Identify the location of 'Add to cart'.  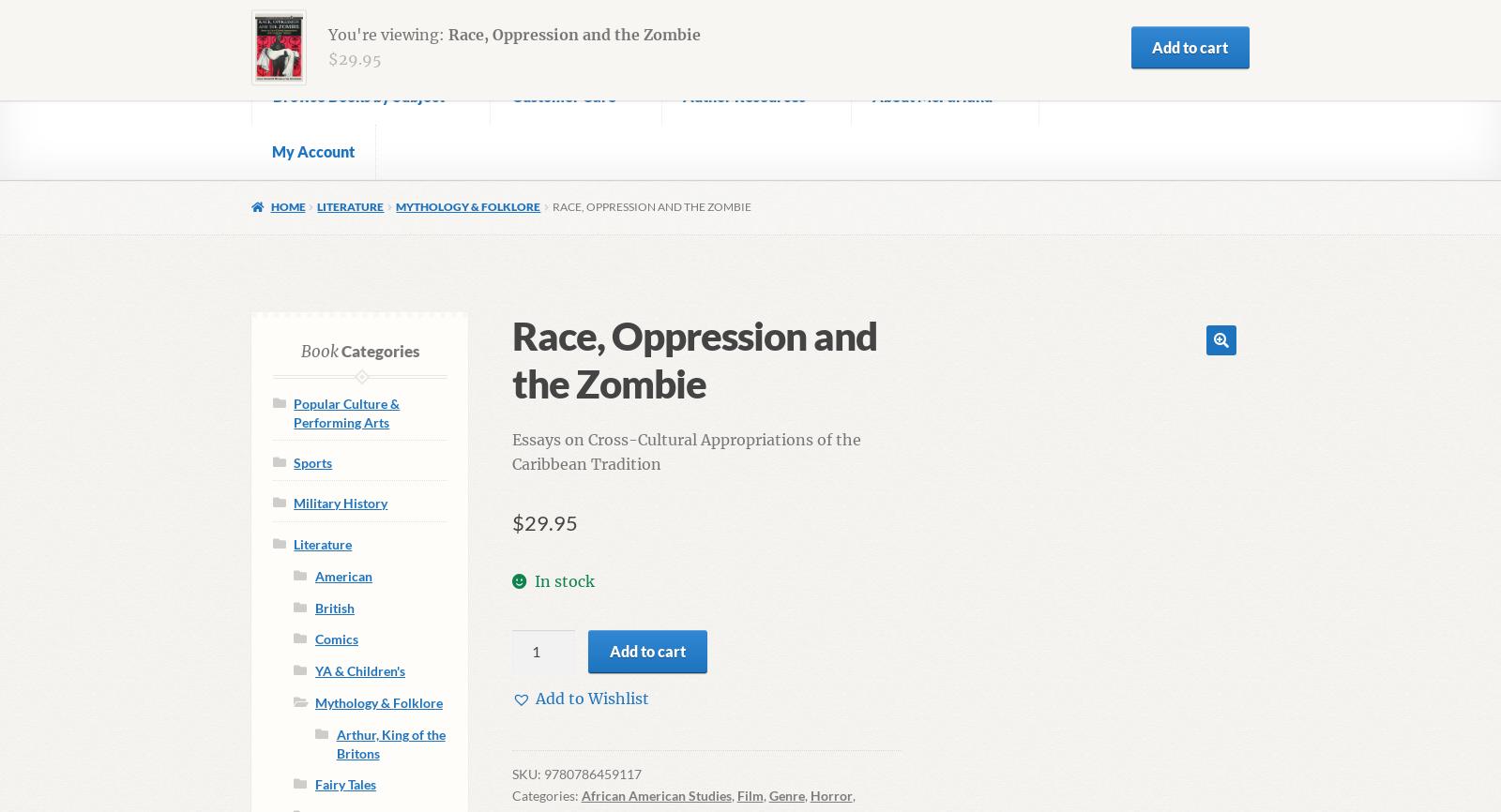
(646, 649).